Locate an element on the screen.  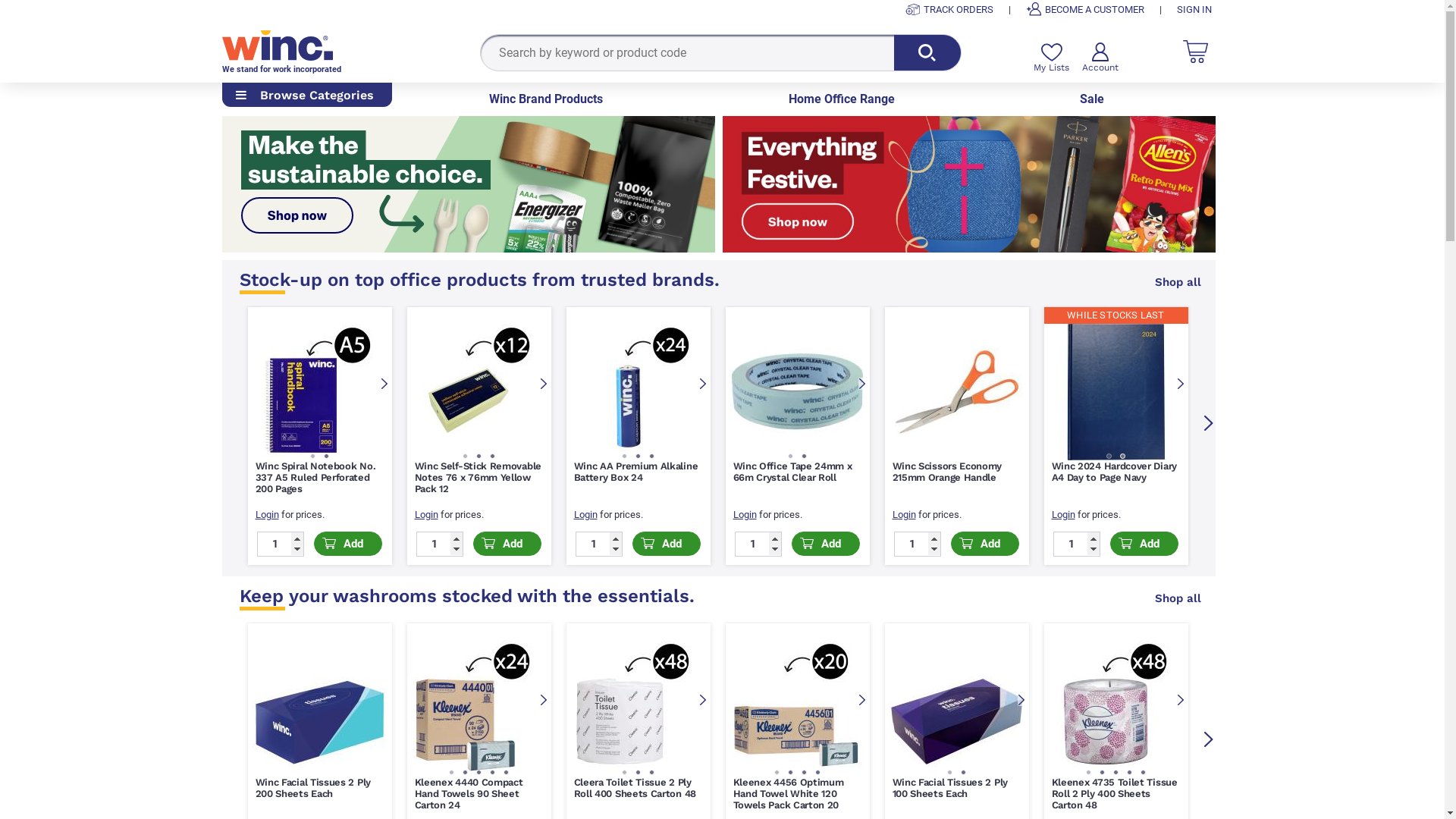
'TRACK ORDERS' is located at coordinates (949, 9).